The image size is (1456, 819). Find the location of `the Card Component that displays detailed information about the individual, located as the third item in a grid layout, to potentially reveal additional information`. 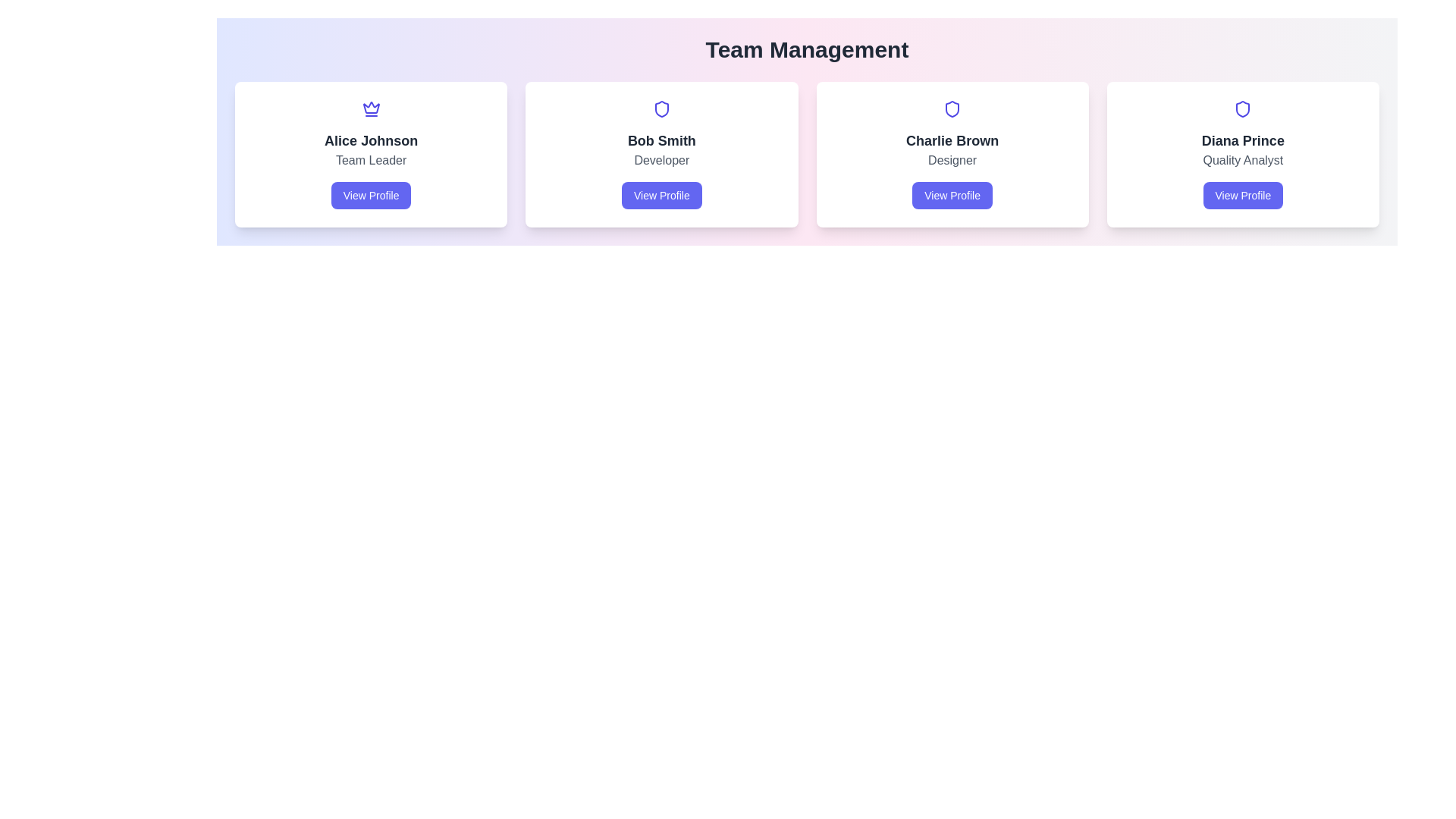

the Card Component that displays detailed information about the individual, located as the third item in a grid layout, to potentially reveal additional information is located at coordinates (952, 155).